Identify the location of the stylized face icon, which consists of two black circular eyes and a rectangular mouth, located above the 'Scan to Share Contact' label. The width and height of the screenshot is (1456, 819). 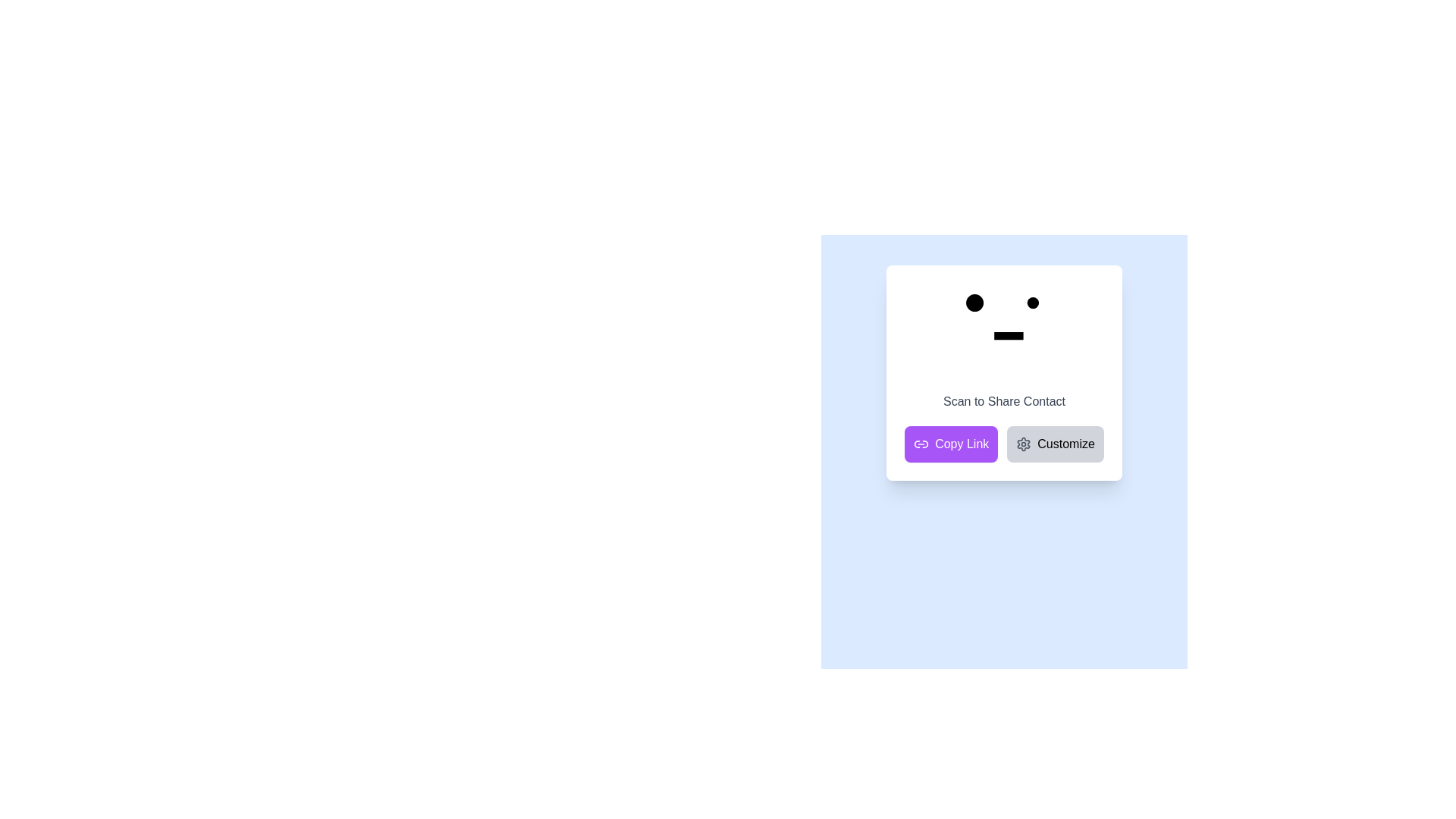
(1004, 331).